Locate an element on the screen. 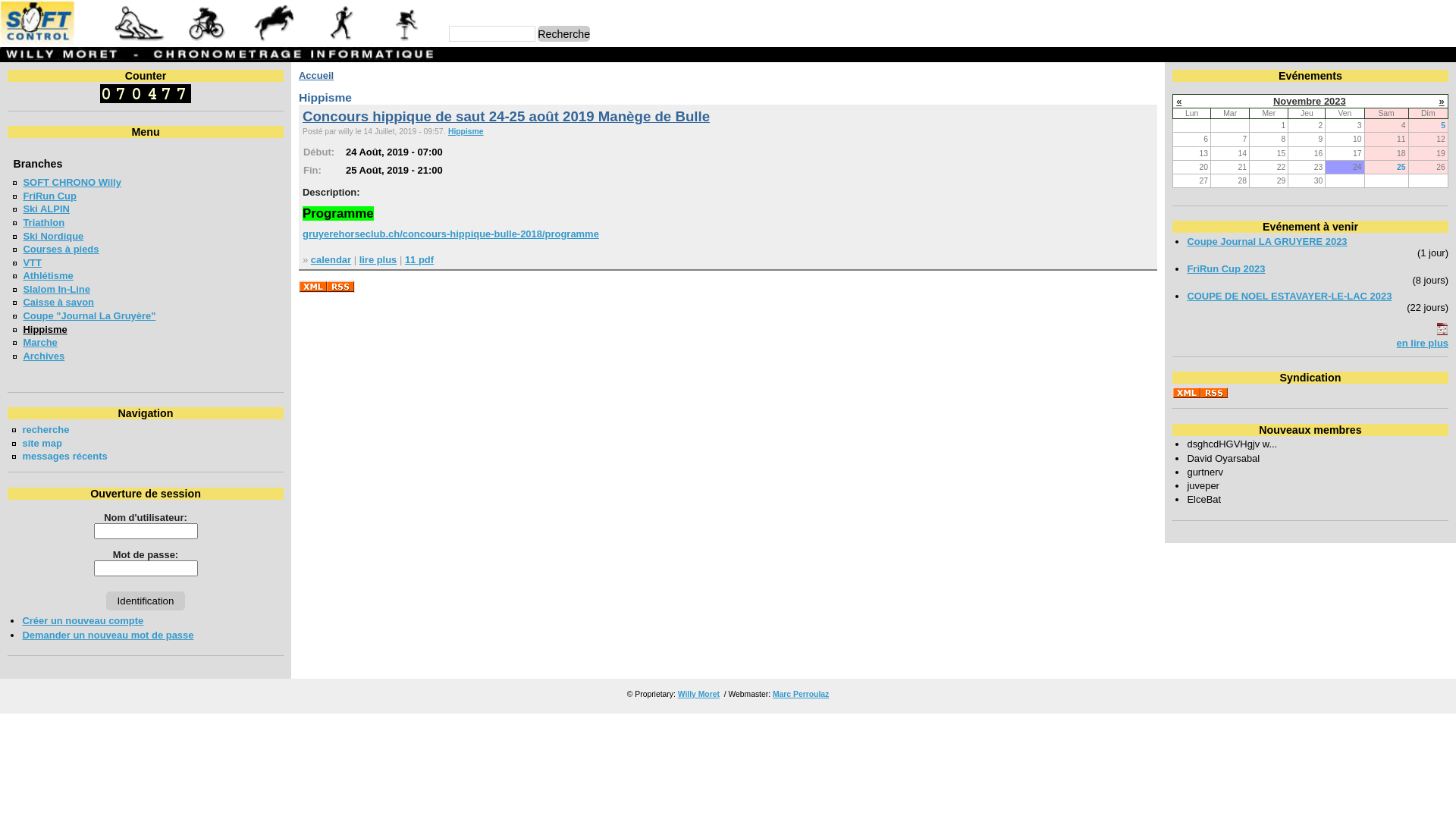  'Ski ALPIN' is located at coordinates (45, 209).